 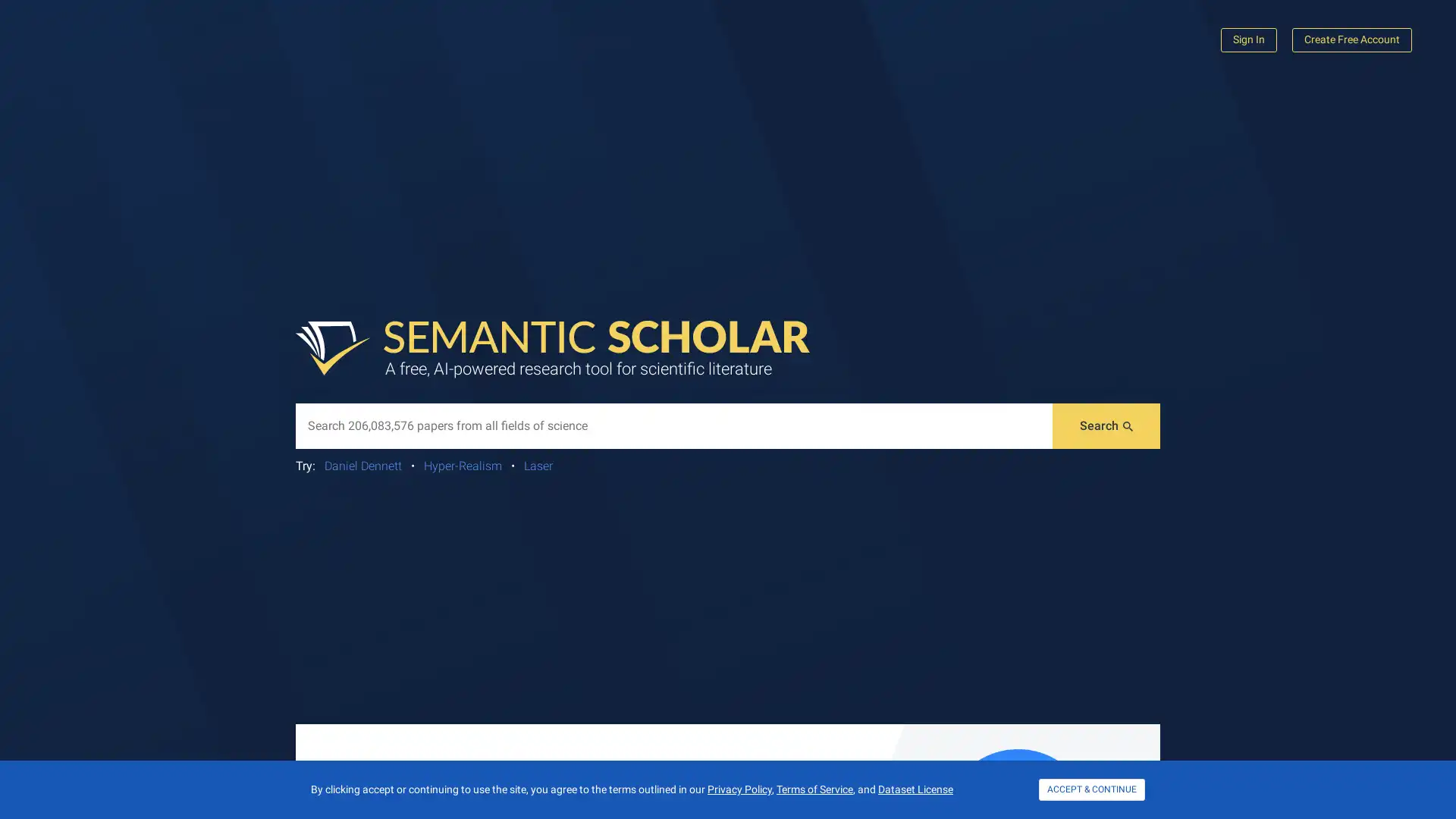 What do you see at coordinates (1106, 426) in the screenshot?
I see `Submit` at bounding box center [1106, 426].